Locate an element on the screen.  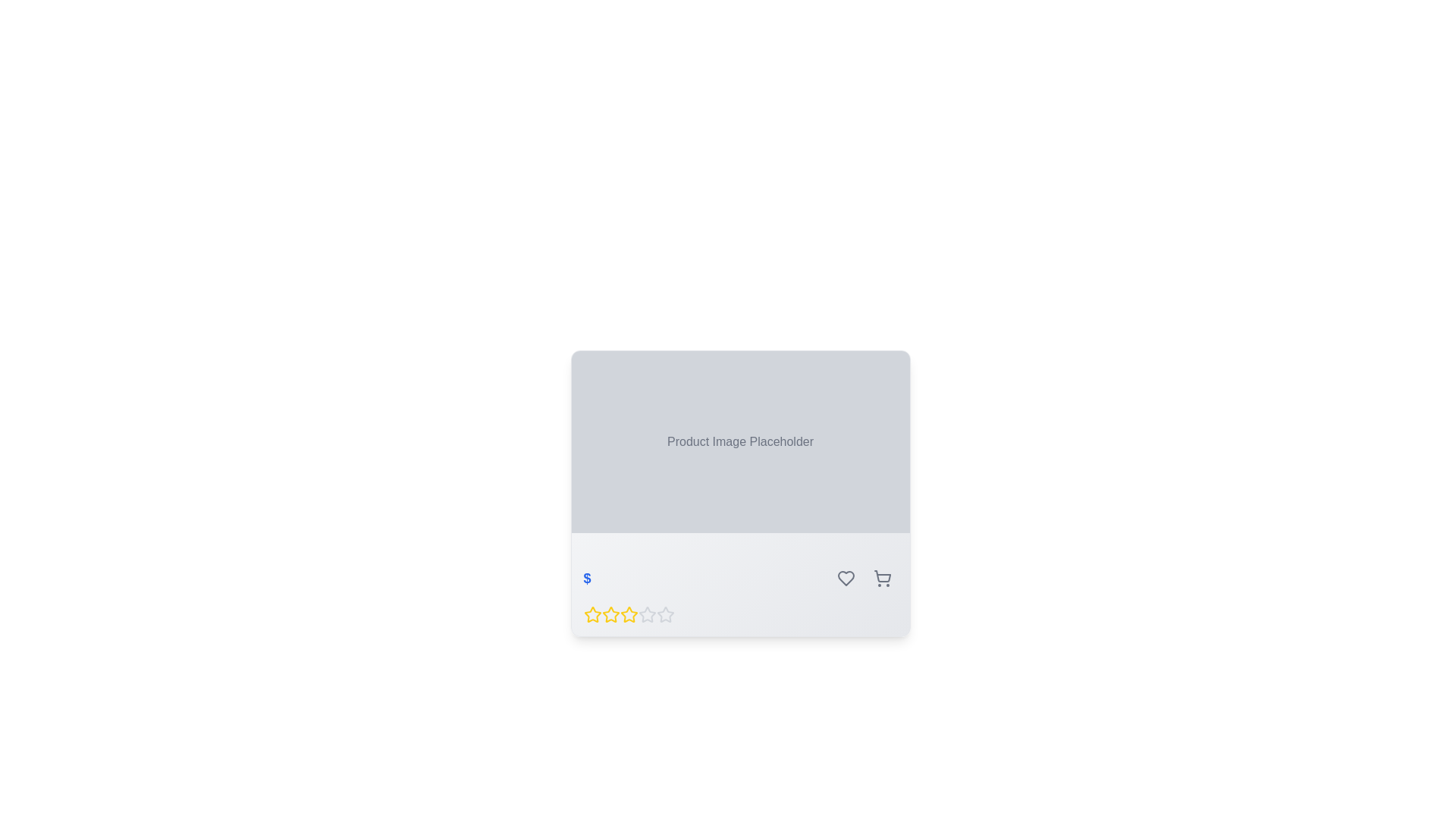
the first yellow star icon in the rating system to assign or change a rating is located at coordinates (591, 614).